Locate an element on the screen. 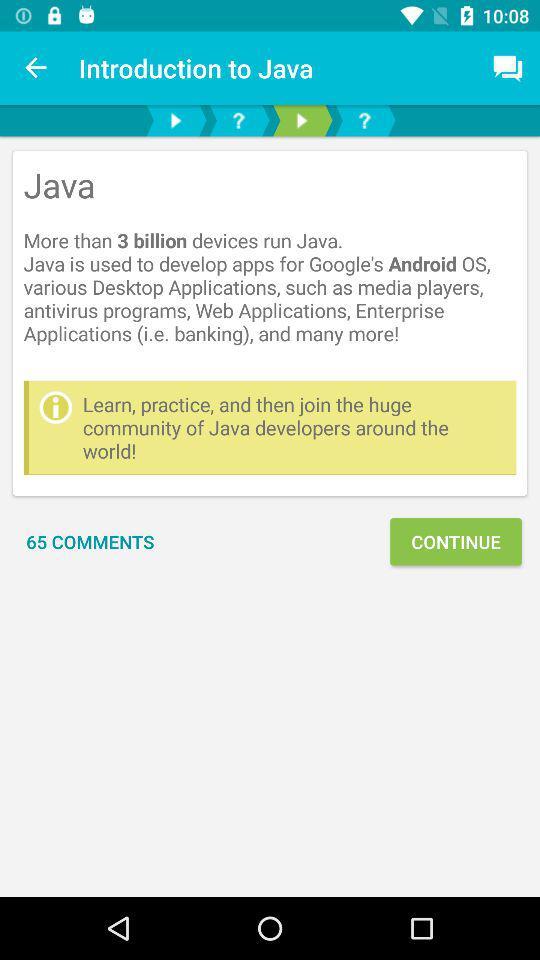  the icon below learn practice and is located at coordinates (455, 541).